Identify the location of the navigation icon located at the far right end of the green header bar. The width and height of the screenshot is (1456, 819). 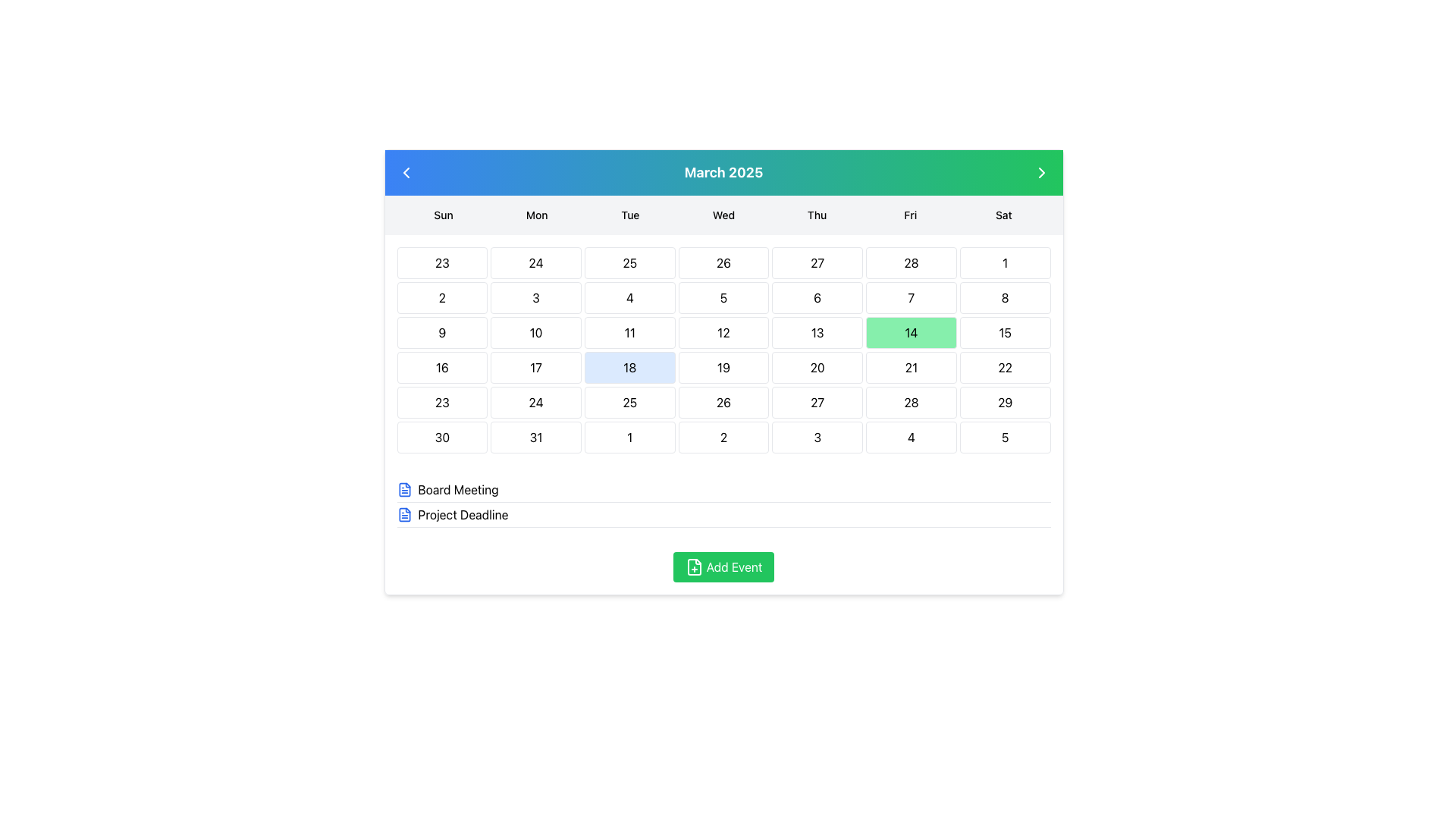
(1040, 171).